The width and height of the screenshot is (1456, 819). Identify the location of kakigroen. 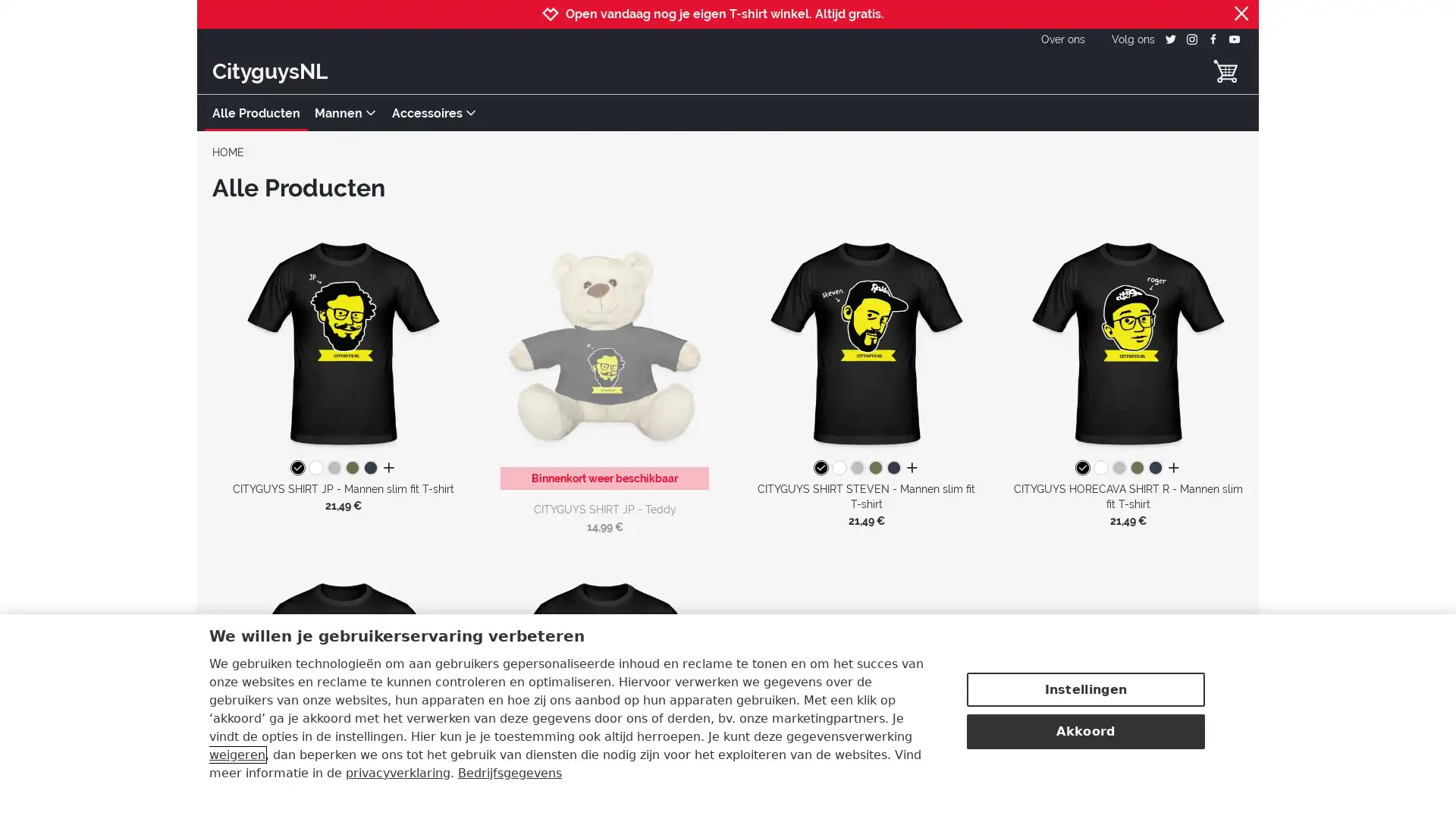
(351, 468).